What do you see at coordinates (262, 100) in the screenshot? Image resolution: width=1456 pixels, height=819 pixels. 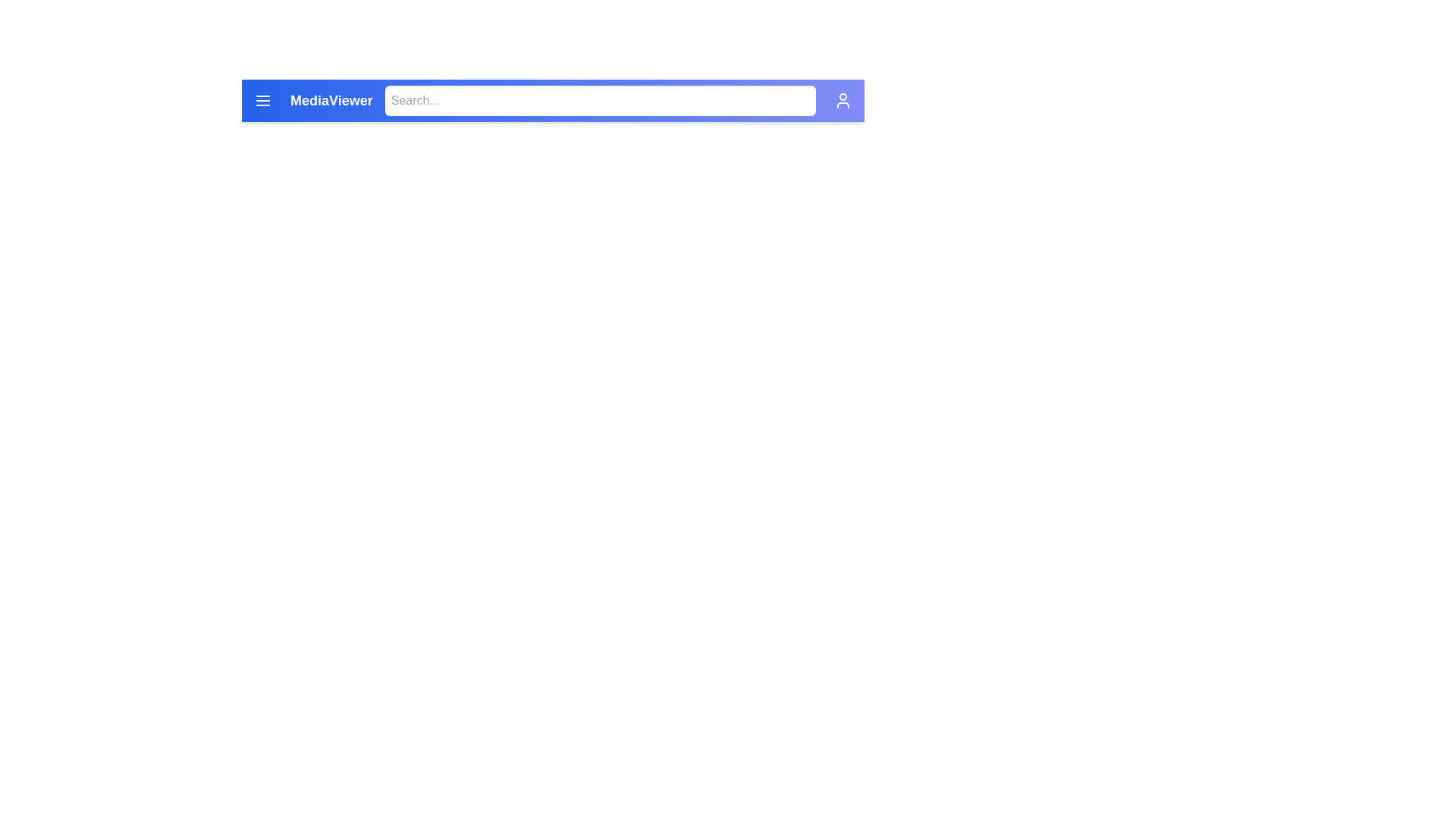 I see `the menu button represented by a white icon with three horizontal lines on a blue square background, located at the leftmost part of the navigation bar before 'MediaViewer'` at bounding box center [262, 100].